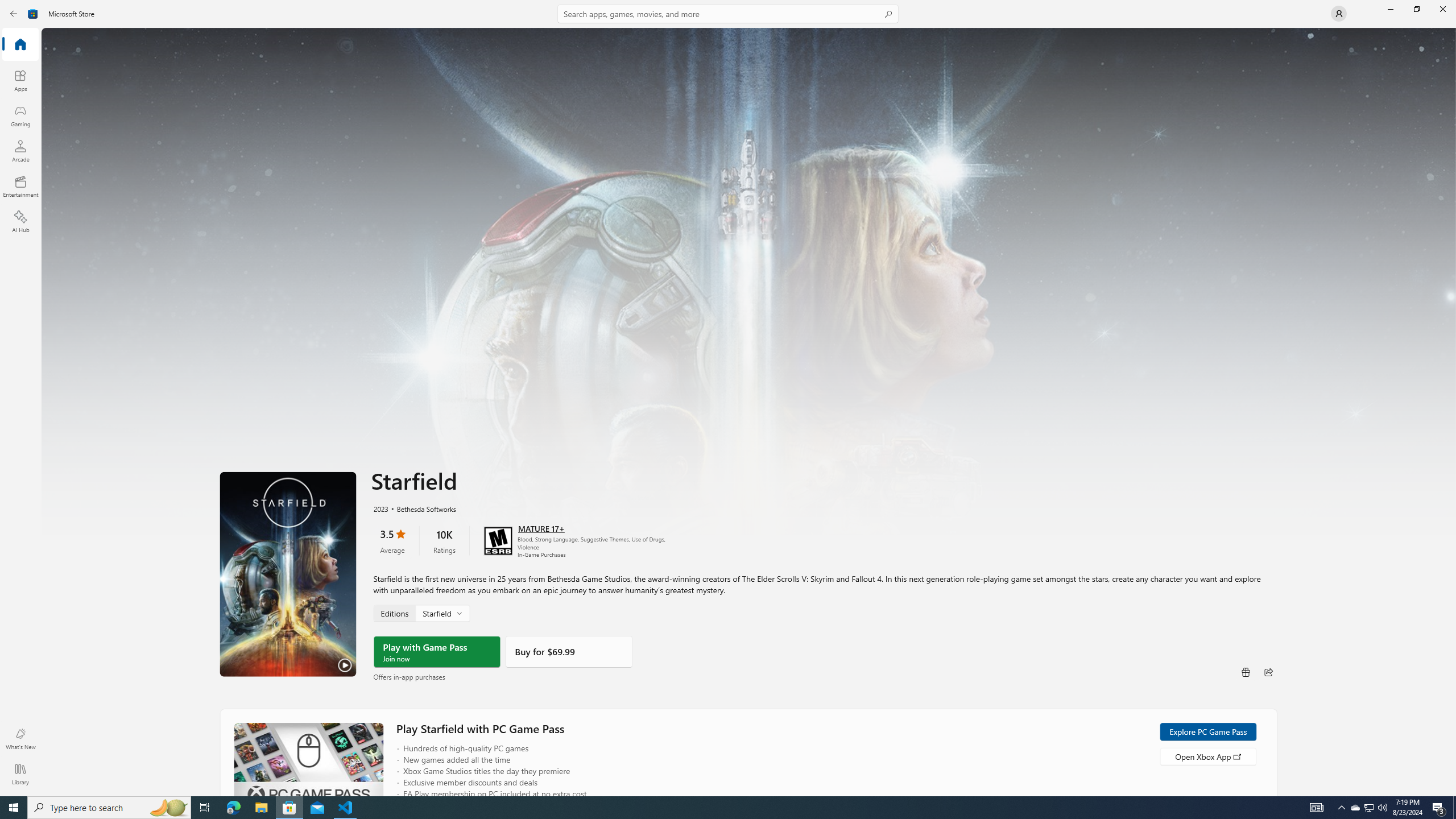 The width and height of the screenshot is (1456, 819). Describe the element at coordinates (19, 221) in the screenshot. I see `'AI Hub'` at that location.